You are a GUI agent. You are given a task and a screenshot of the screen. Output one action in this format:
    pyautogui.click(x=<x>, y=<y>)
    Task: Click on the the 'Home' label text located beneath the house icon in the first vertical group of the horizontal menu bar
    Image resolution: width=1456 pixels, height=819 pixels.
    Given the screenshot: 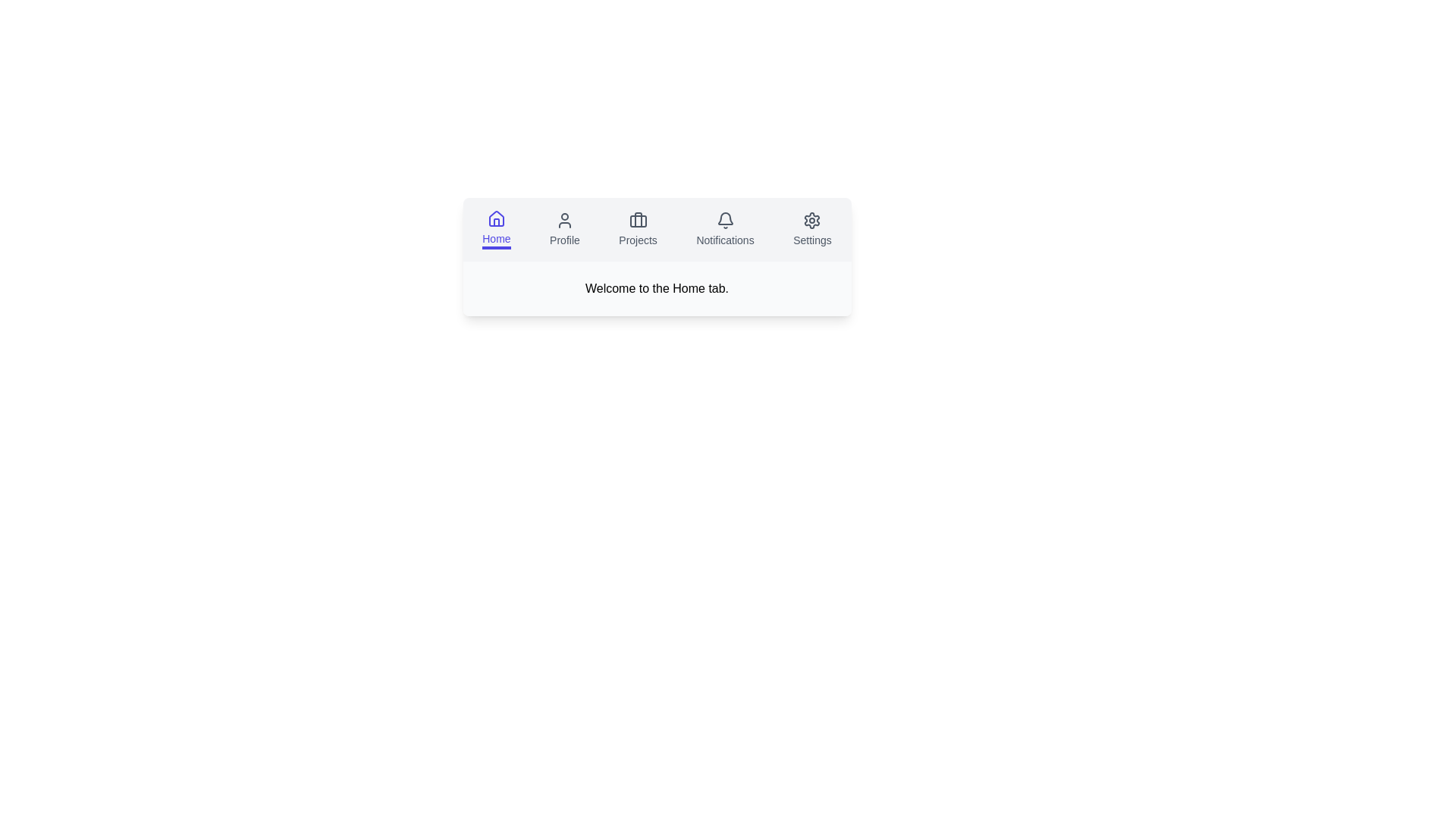 What is the action you would take?
    pyautogui.click(x=496, y=239)
    